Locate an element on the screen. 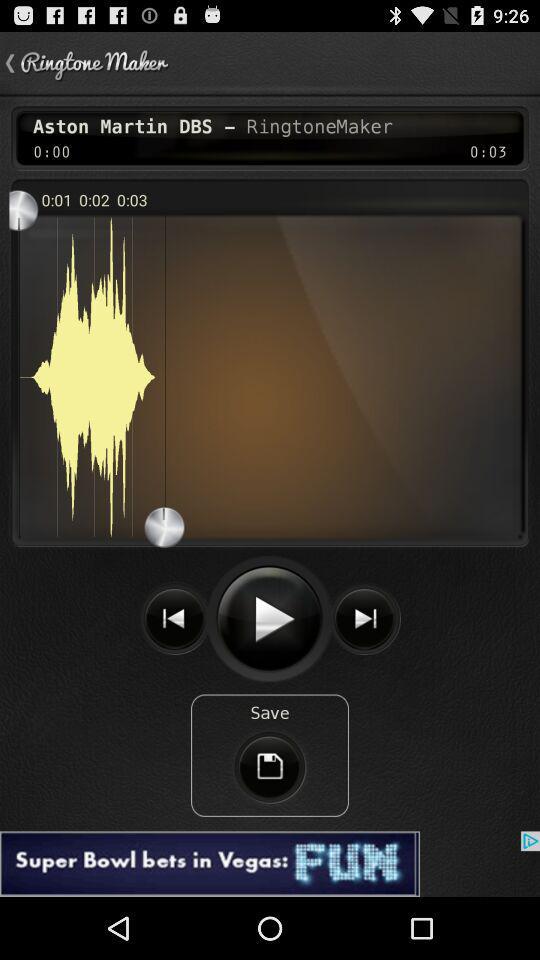 The width and height of the screenshot is (540, 960). advertising area is located at coordinates (270, 863).